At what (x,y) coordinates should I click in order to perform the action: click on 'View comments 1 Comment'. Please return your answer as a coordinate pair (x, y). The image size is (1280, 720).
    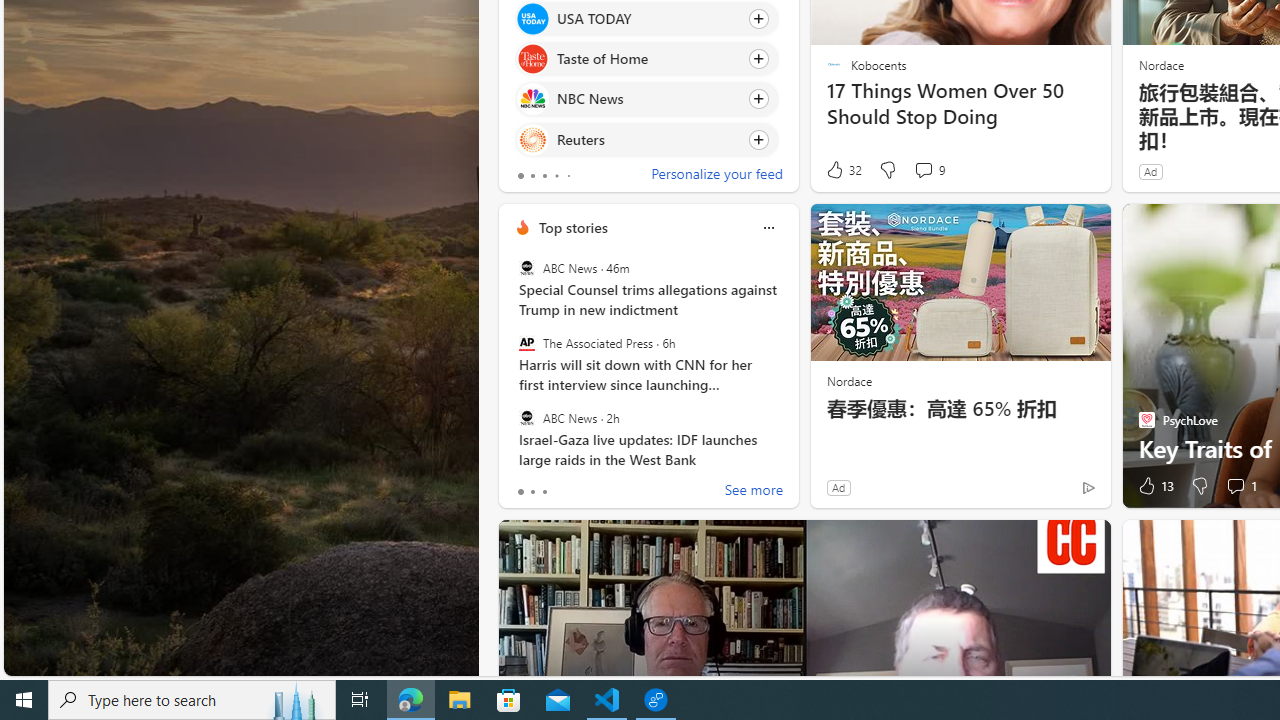
    Looking at the image, I should click on (1234, 486).